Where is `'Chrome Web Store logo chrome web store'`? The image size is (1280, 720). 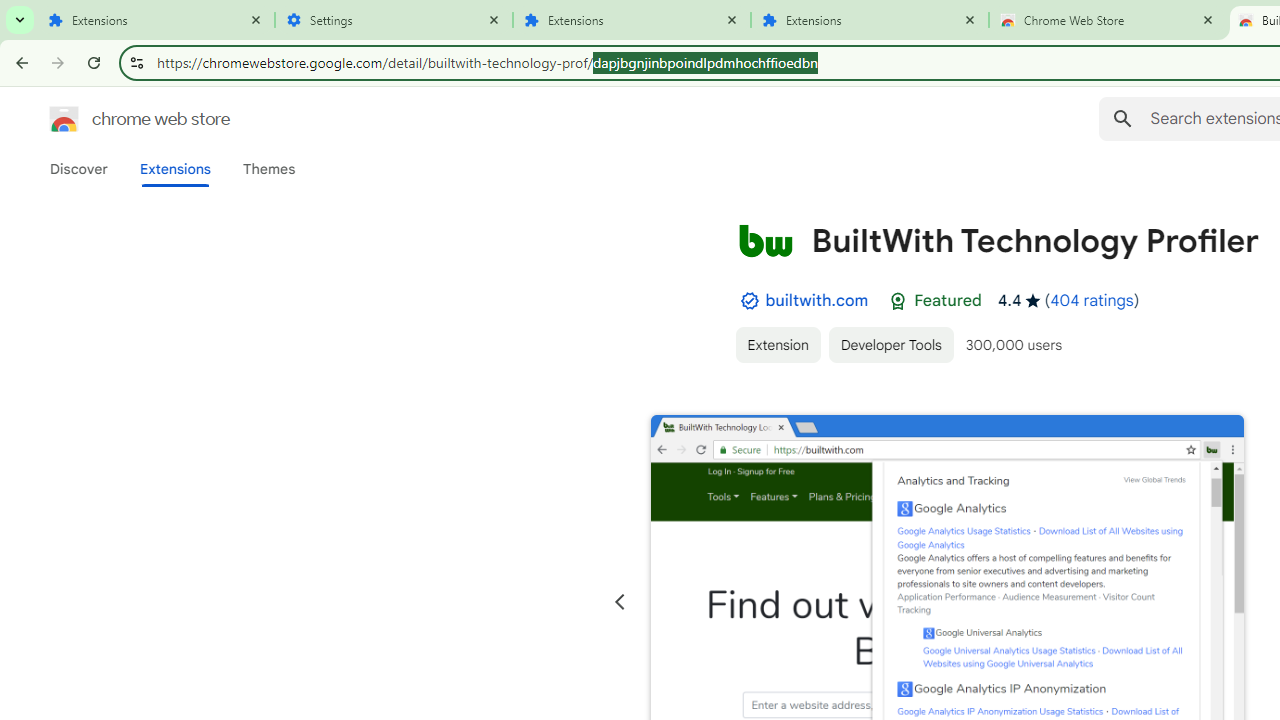 'Chrome Web Store logo chrome web store' is located at coordinates (118, 119).